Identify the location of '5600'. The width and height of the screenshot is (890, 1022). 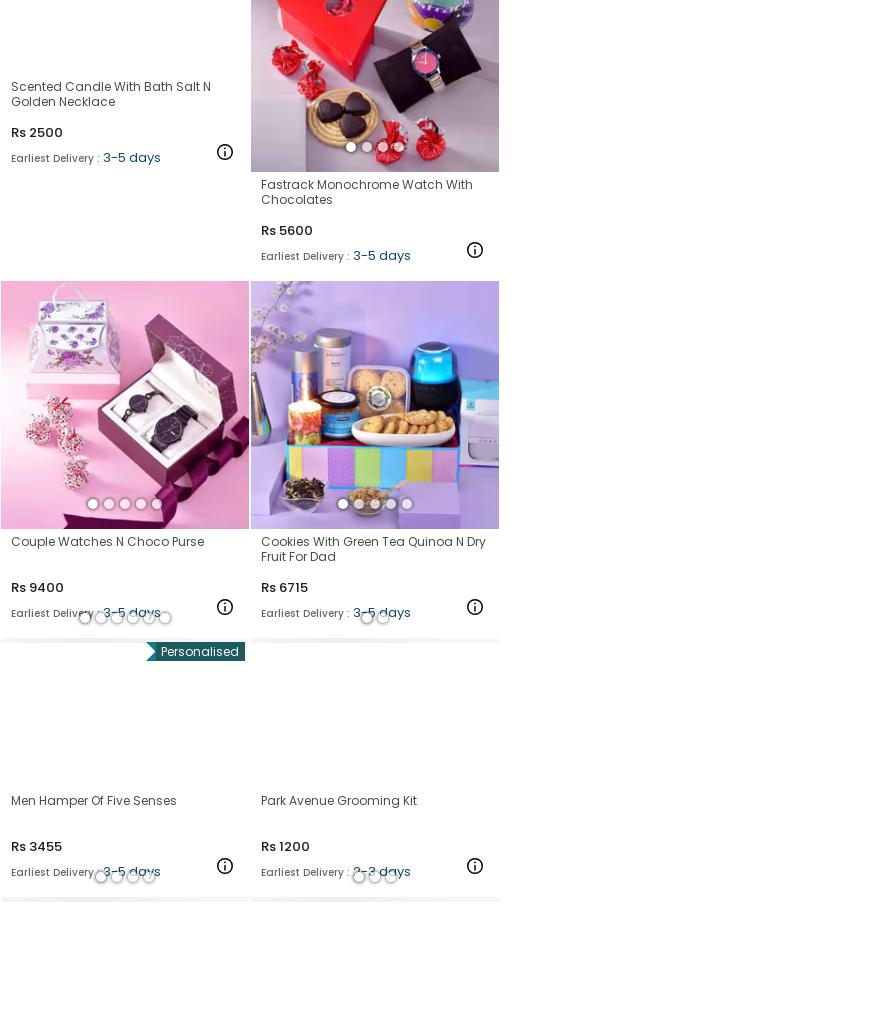
(278, 228).